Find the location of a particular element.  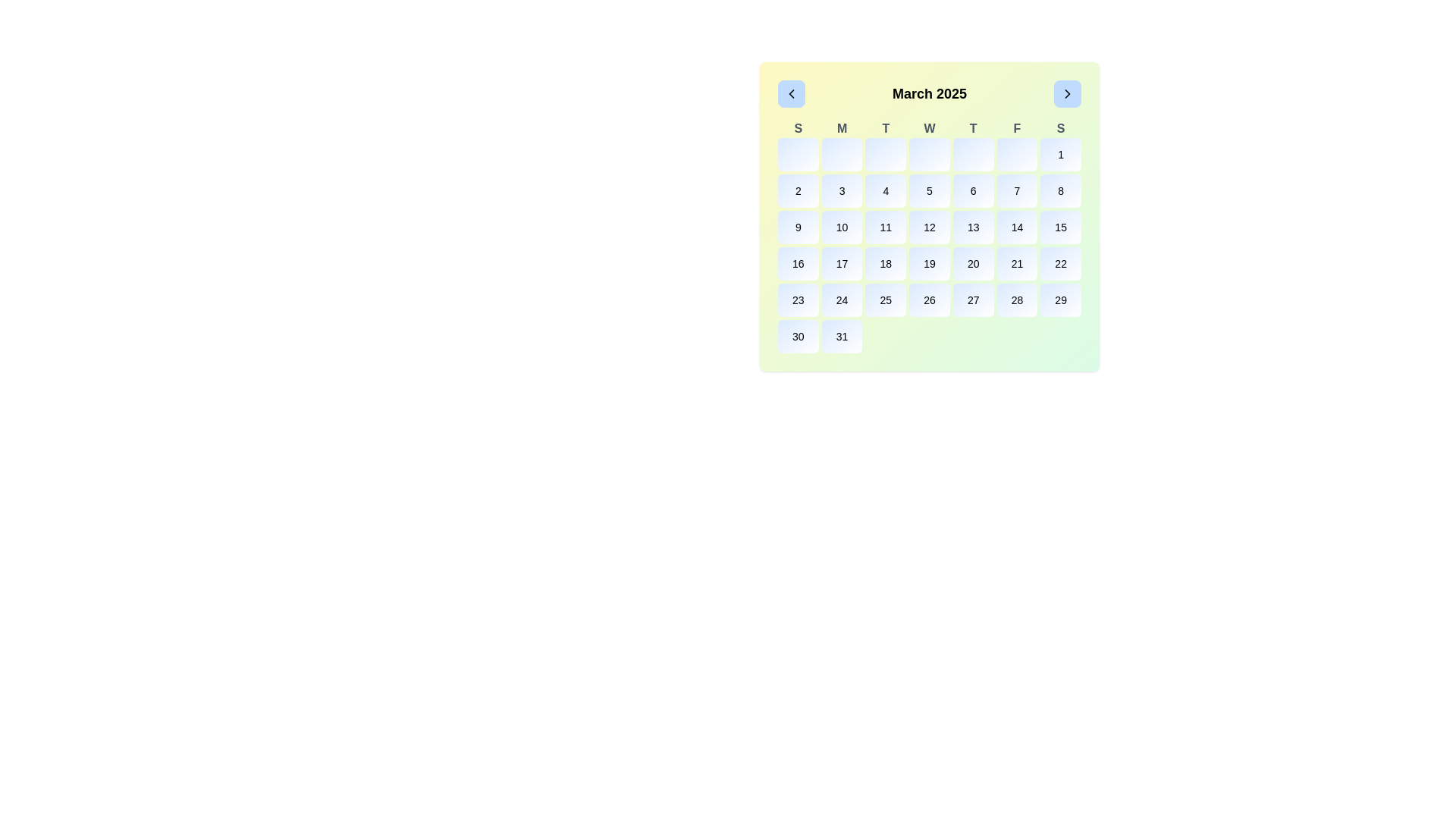

the static text label indicating 'Friday' in the weekly header row of the calendar interface is located at coordinates (1017, 127).